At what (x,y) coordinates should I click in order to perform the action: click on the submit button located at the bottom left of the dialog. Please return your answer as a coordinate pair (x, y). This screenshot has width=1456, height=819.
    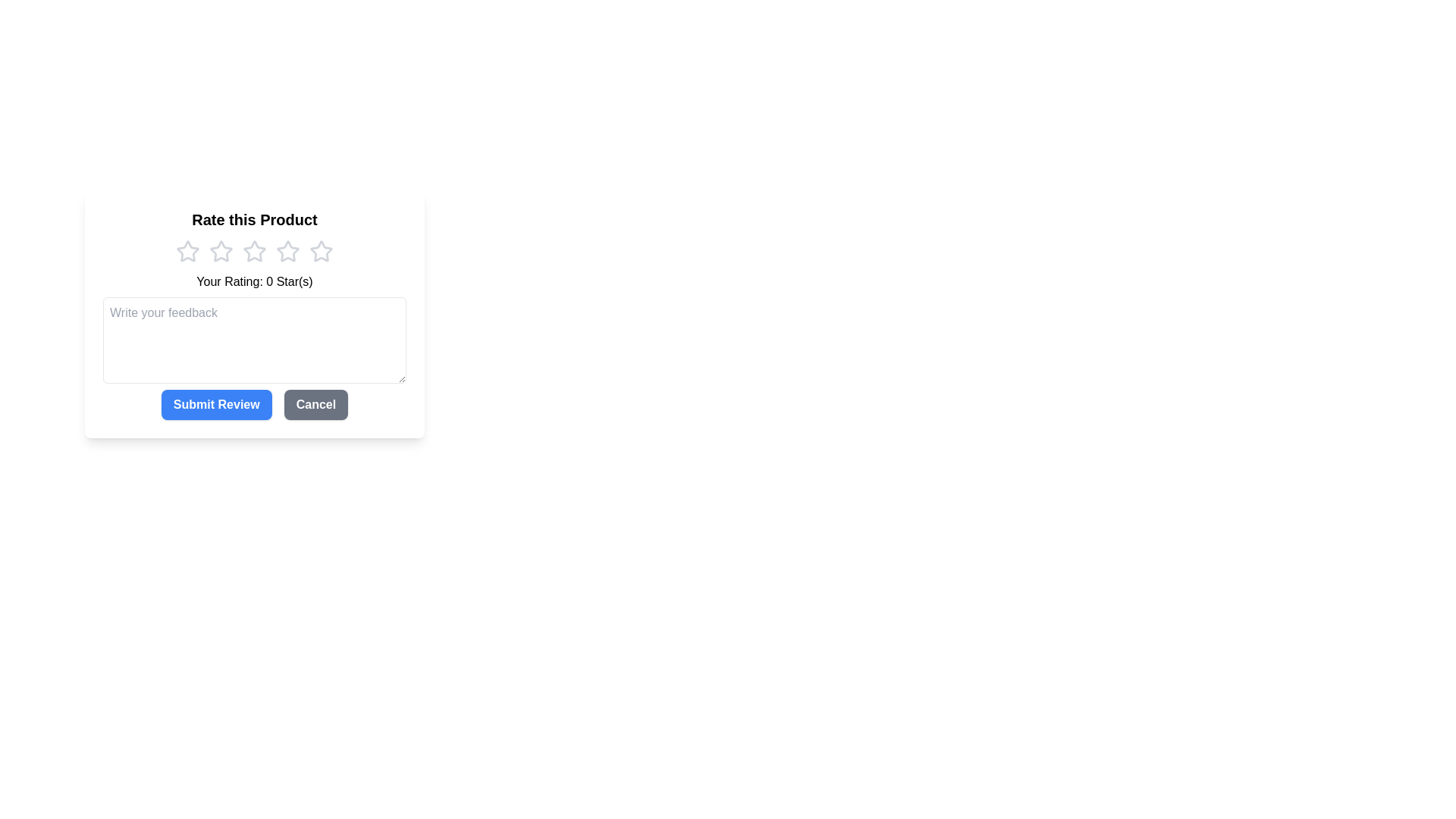
    Looking at the image, I should click on (215, 403).